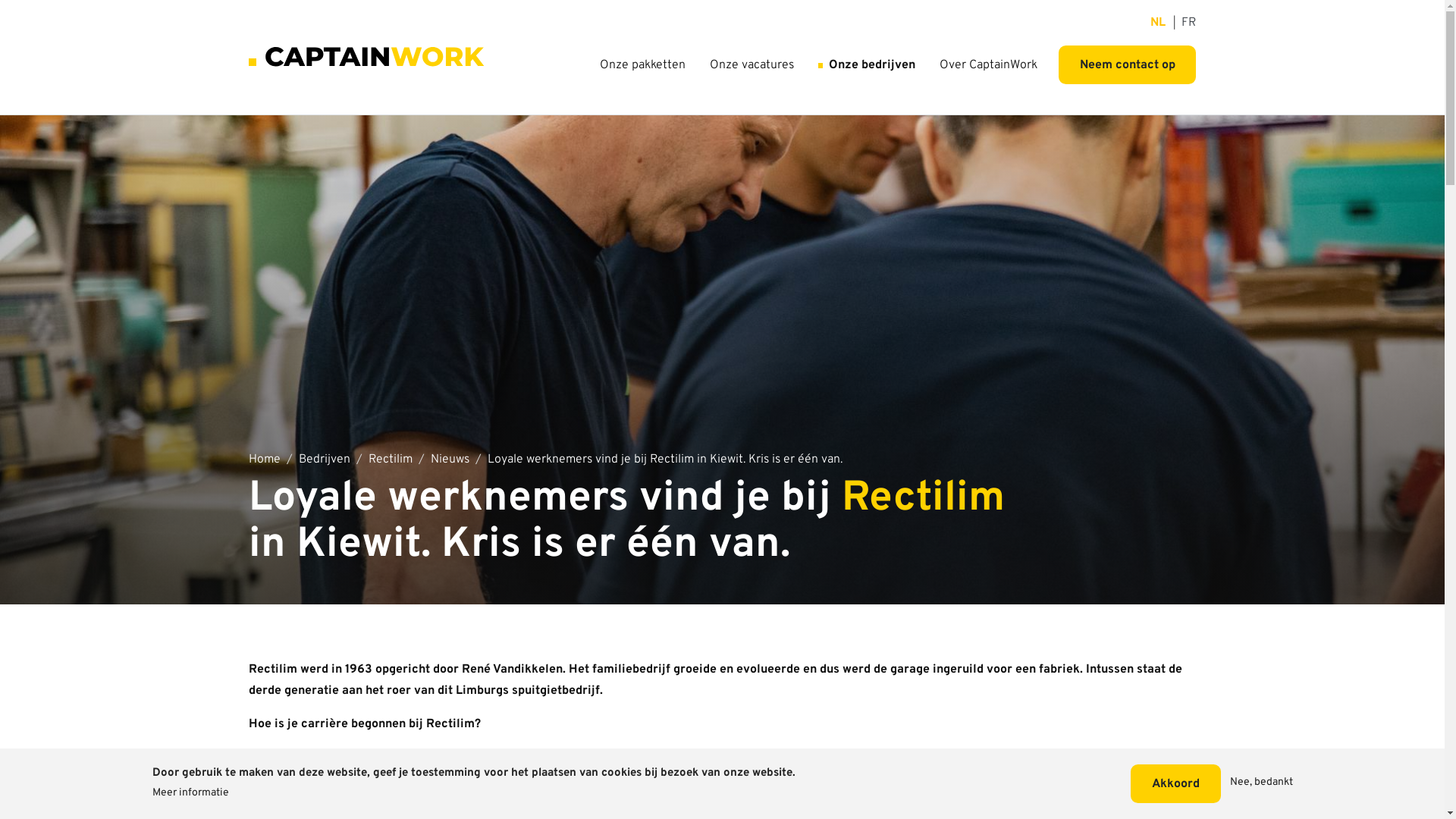 This screenshot has width=1456, height=819. I want to click on 'Onze bedrijven', so click(866, 64).